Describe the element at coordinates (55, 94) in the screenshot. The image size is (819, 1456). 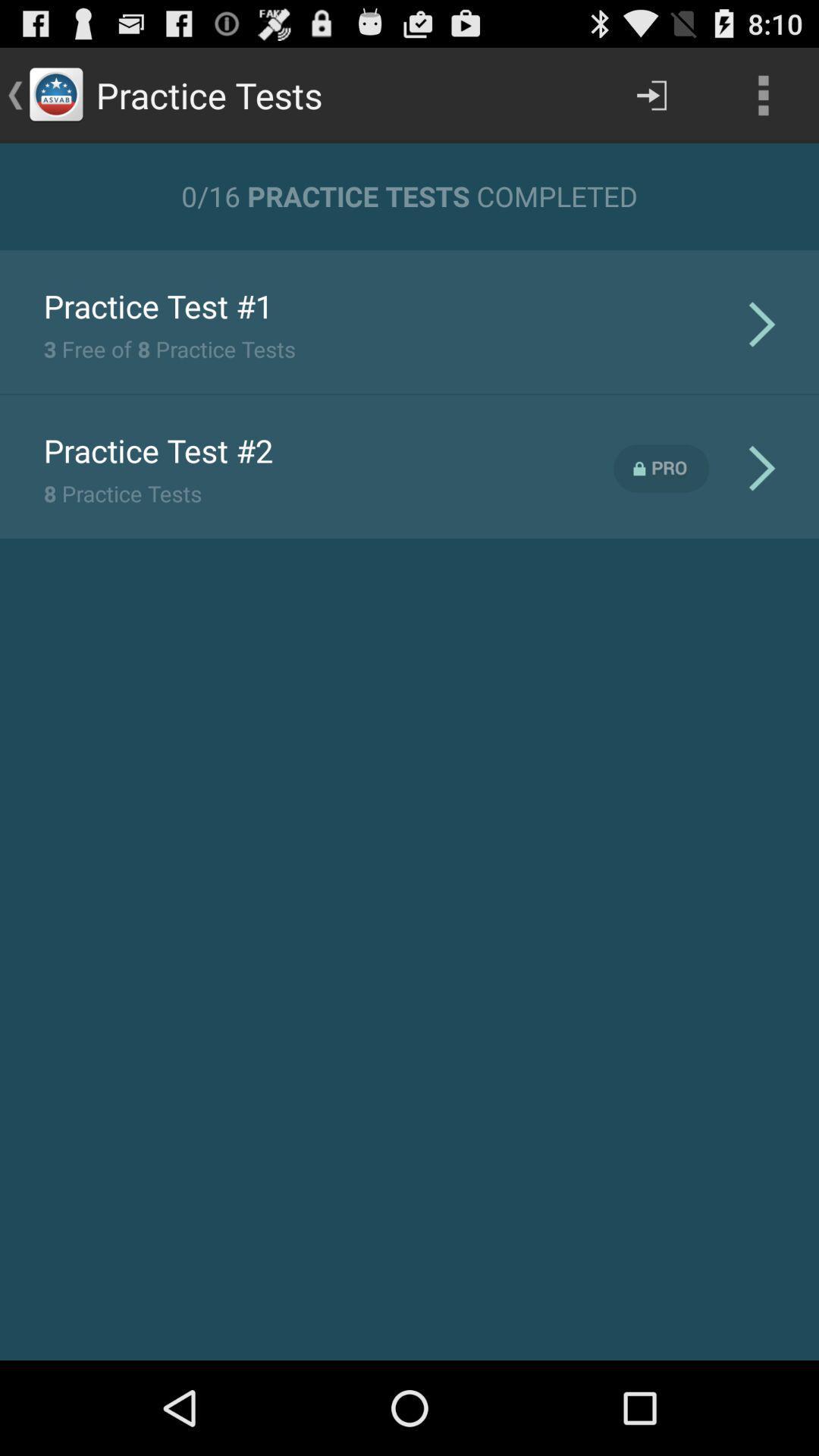
I see `tap the icon just left to practice tests` at that location.